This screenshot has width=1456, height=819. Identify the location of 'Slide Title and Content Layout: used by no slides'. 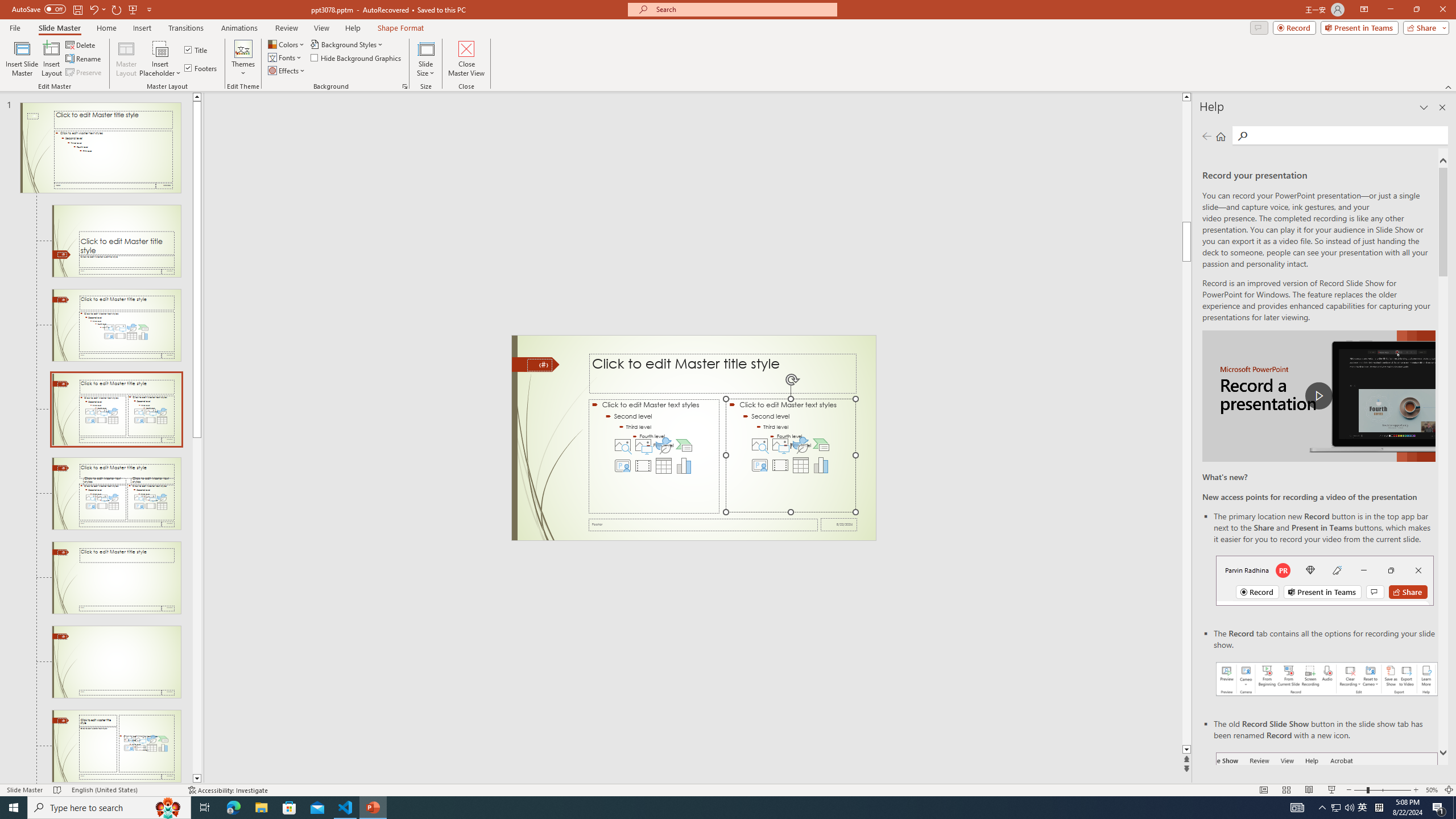
(115, 324).